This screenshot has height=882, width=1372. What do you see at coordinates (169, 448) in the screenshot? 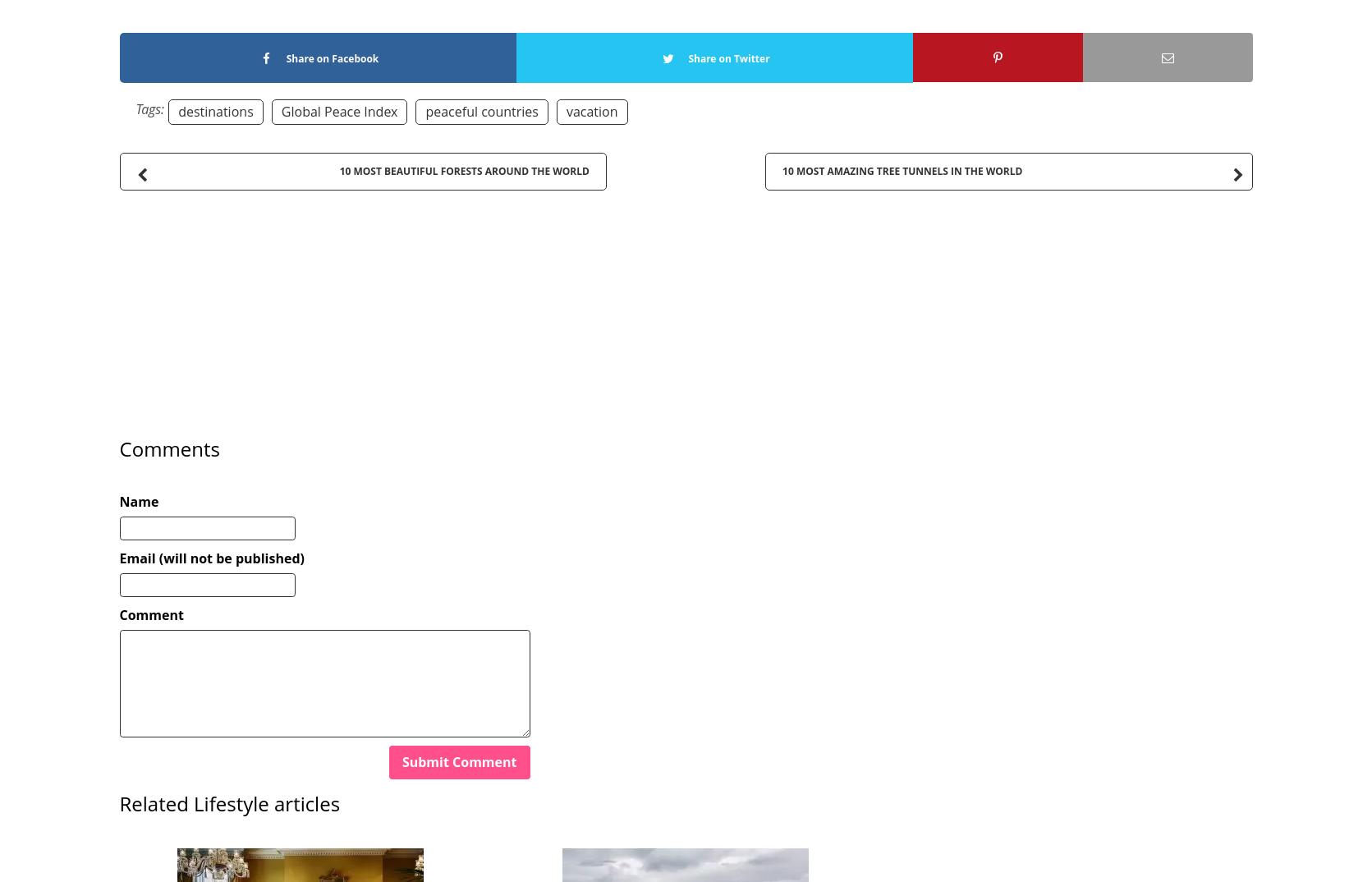
I see `'Comments'` at bounding box center [169, 448].